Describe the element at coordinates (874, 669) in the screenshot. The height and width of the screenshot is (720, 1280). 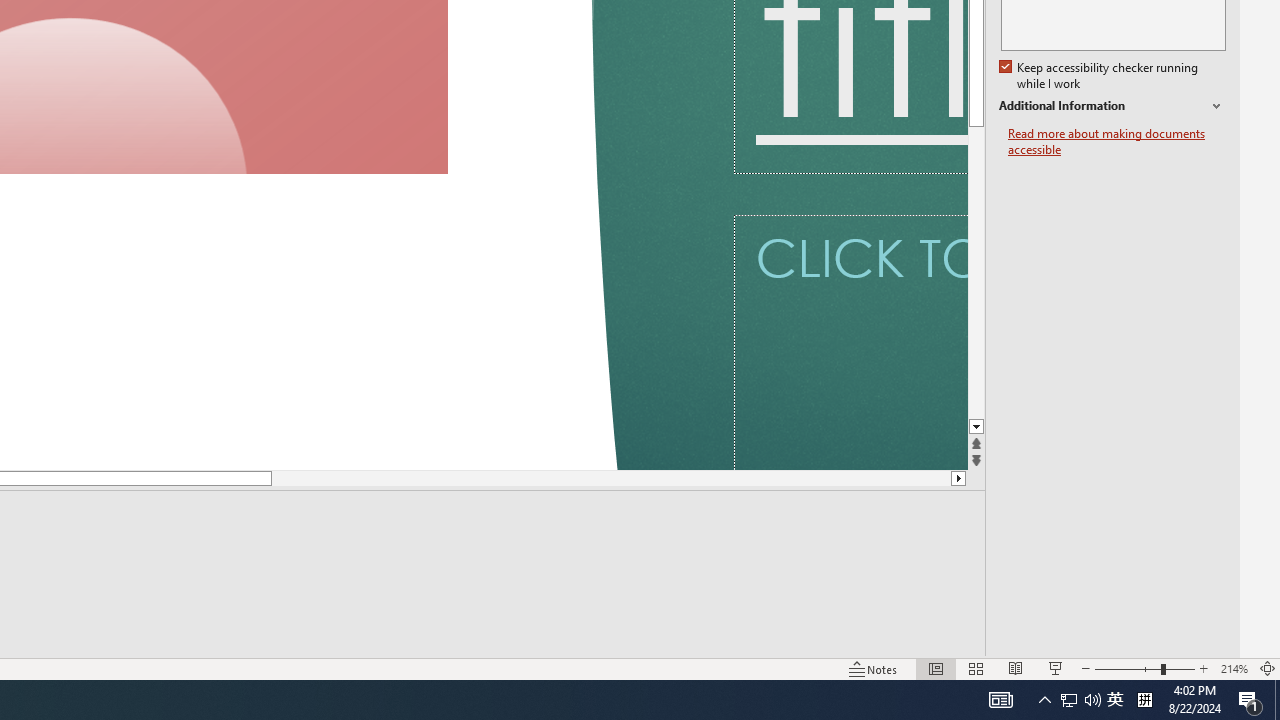
I see `'Notes '` at that location.